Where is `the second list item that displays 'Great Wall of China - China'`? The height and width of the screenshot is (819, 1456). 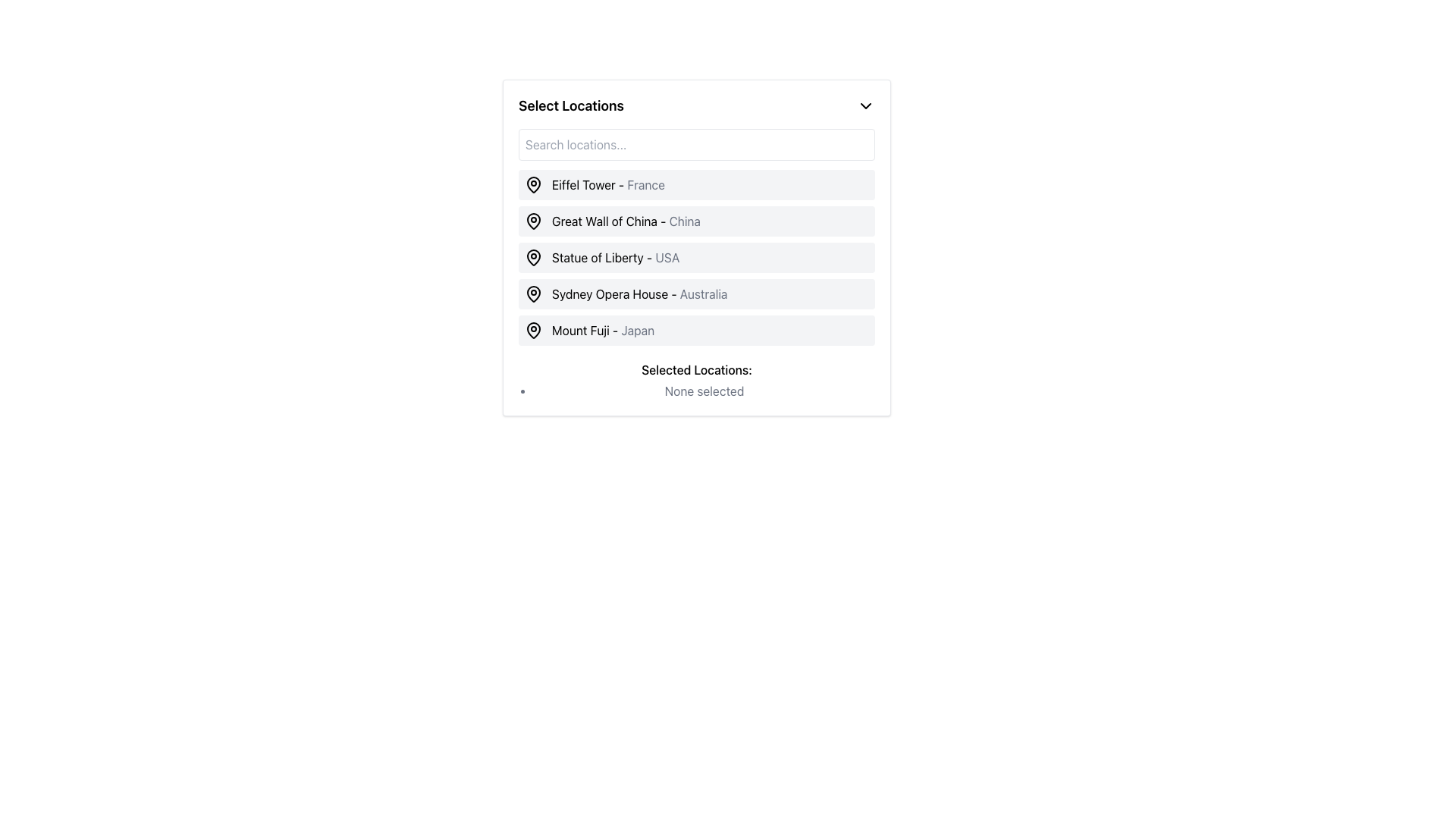 the second list item that displays 'Great Wall of China - China' is located at coordinates (695, 221).